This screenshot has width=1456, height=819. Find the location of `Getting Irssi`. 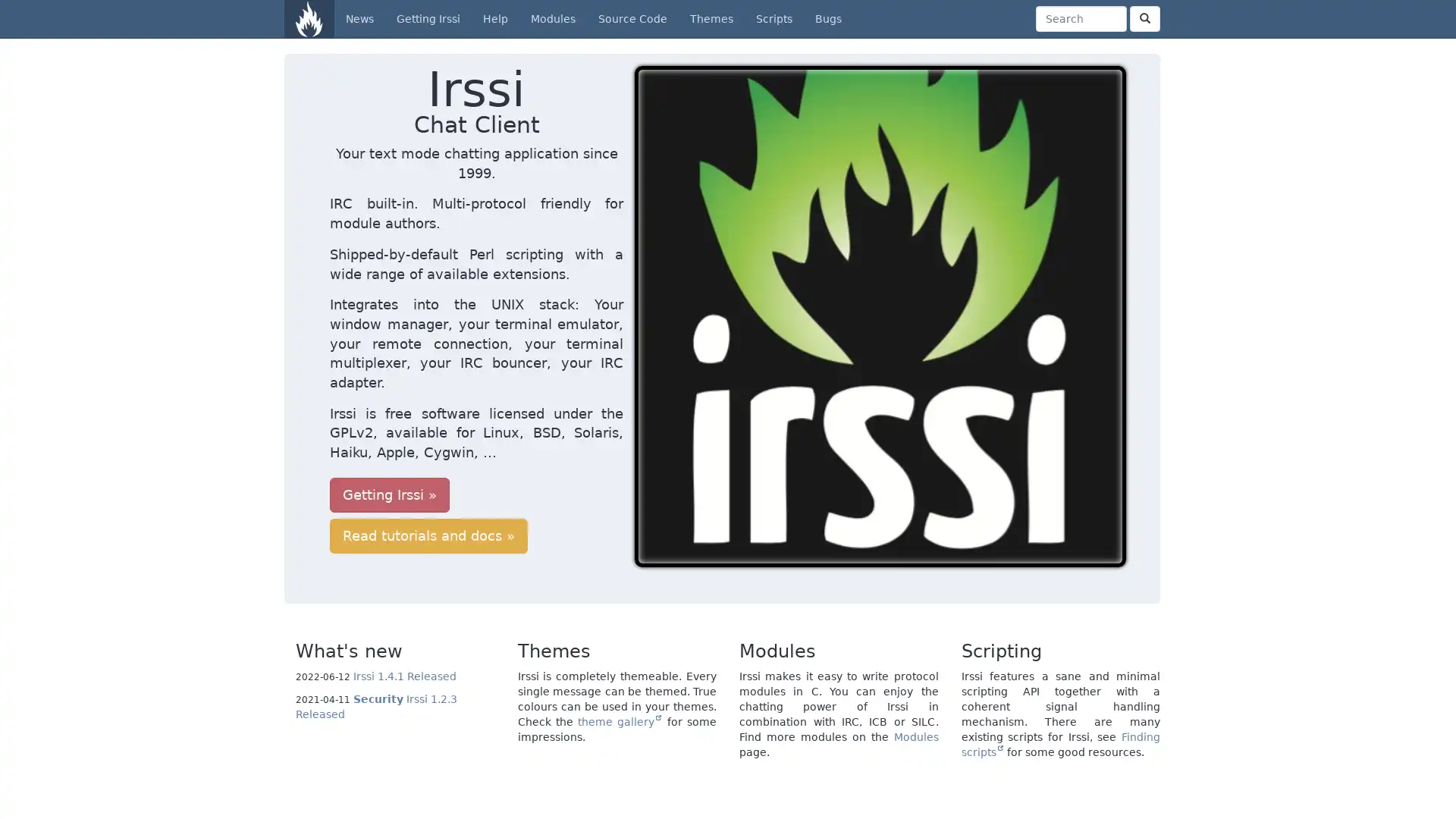

Getting Irssi is located at coordinates (389, 435).